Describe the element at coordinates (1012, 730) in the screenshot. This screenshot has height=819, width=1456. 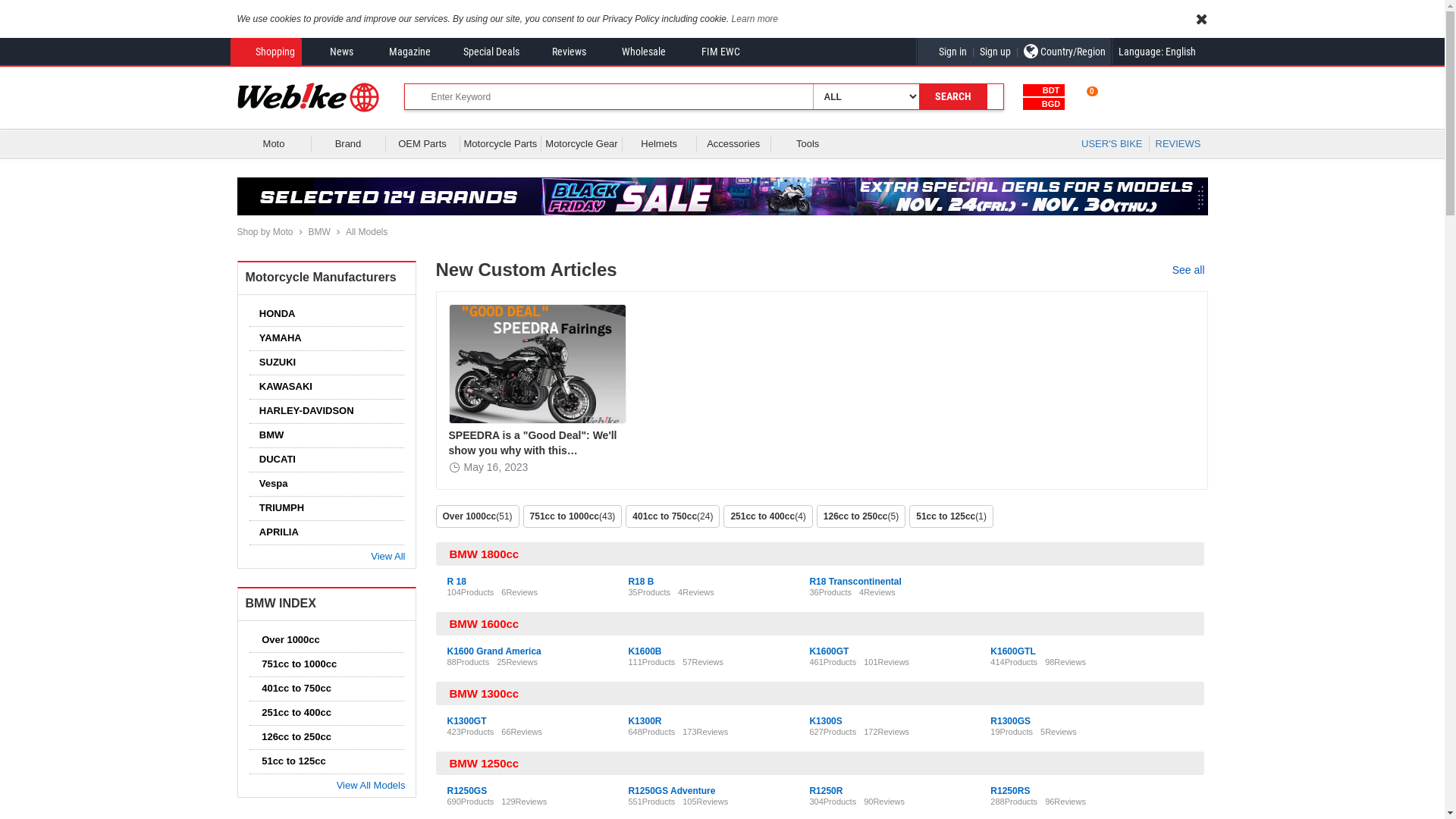
I see `'19Products'` at that location.